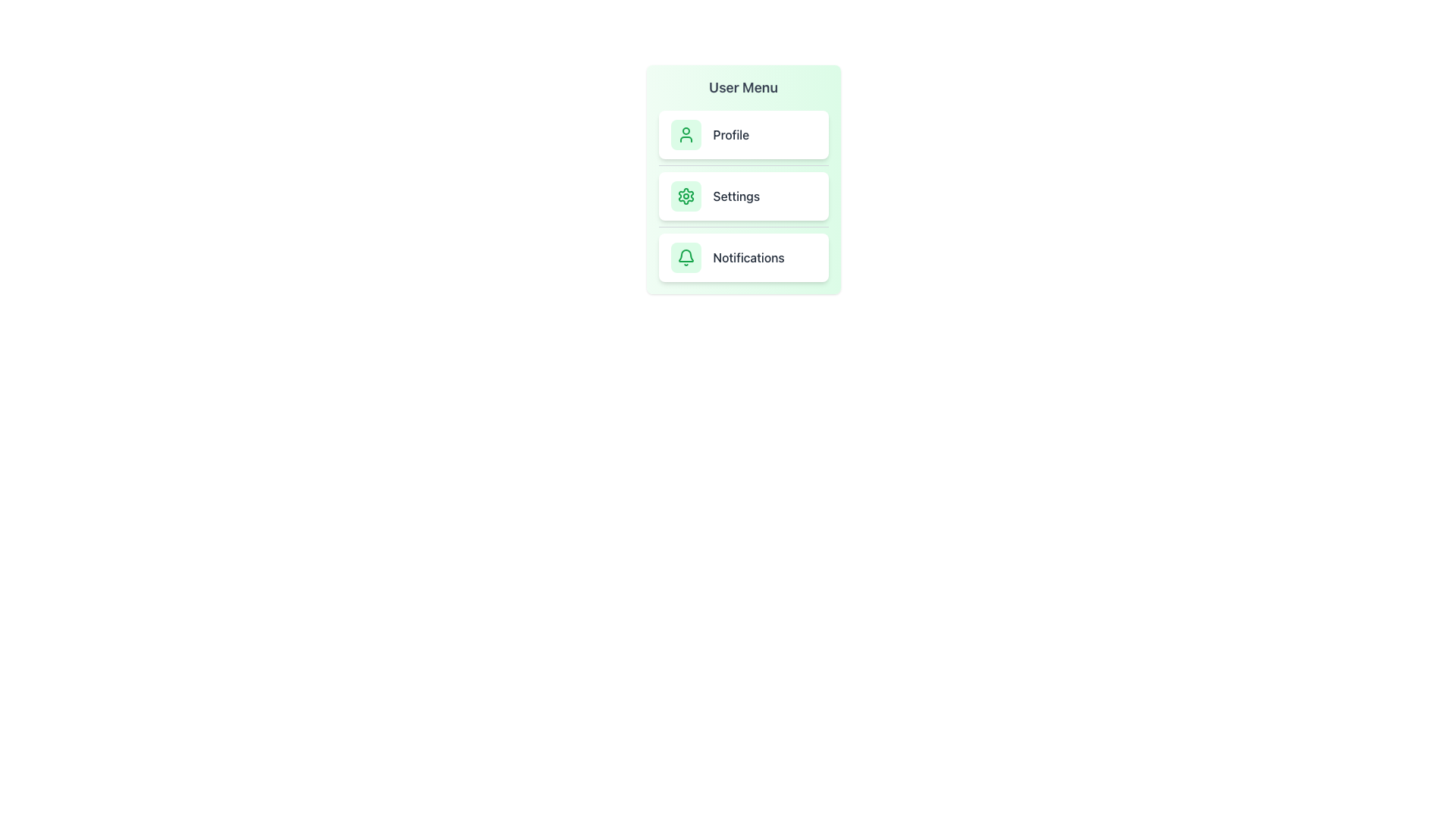  I want to click on the bell icon with a green background and outline, located to the left of the 'Notifications' text, so click(685, 256).